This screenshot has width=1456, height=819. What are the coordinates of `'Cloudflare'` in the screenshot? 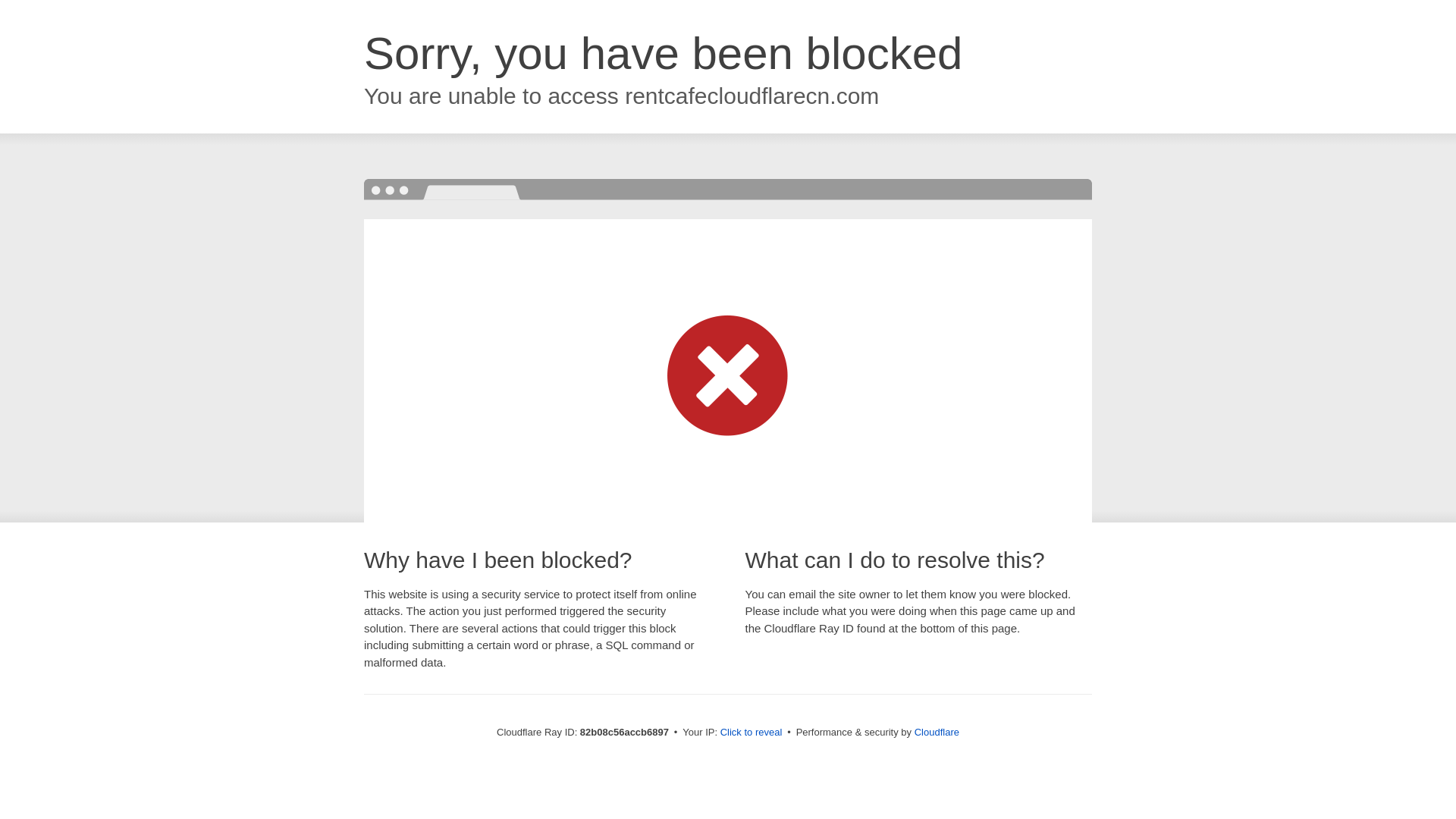 It's located at (936, 731).